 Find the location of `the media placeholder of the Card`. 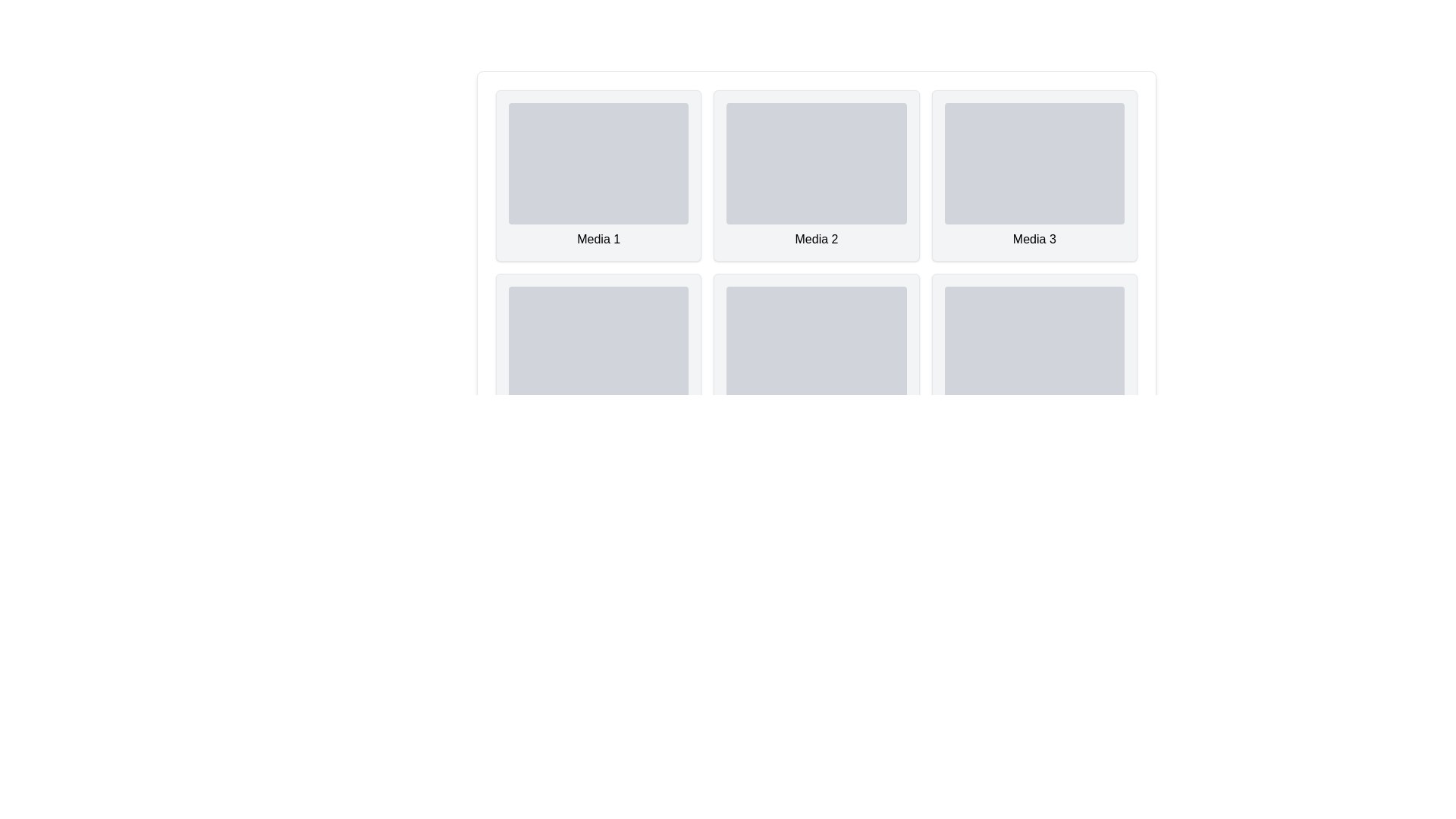

the media placeholder of the Card is located at coordinates (1034, 174).